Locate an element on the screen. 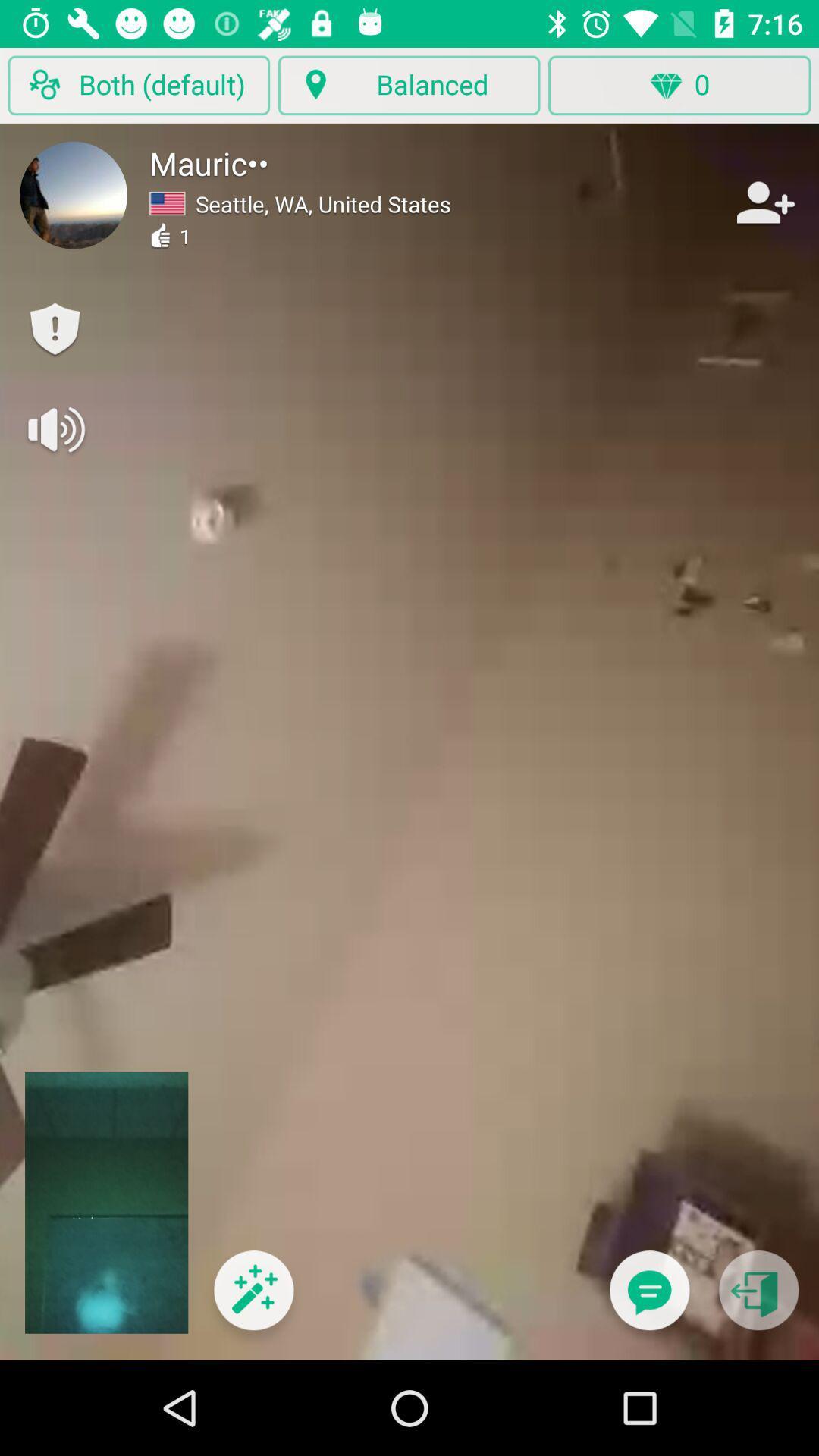 The width and height of the screenshot is (819, 1456). the volume icon is located at coordinates (54, 428).